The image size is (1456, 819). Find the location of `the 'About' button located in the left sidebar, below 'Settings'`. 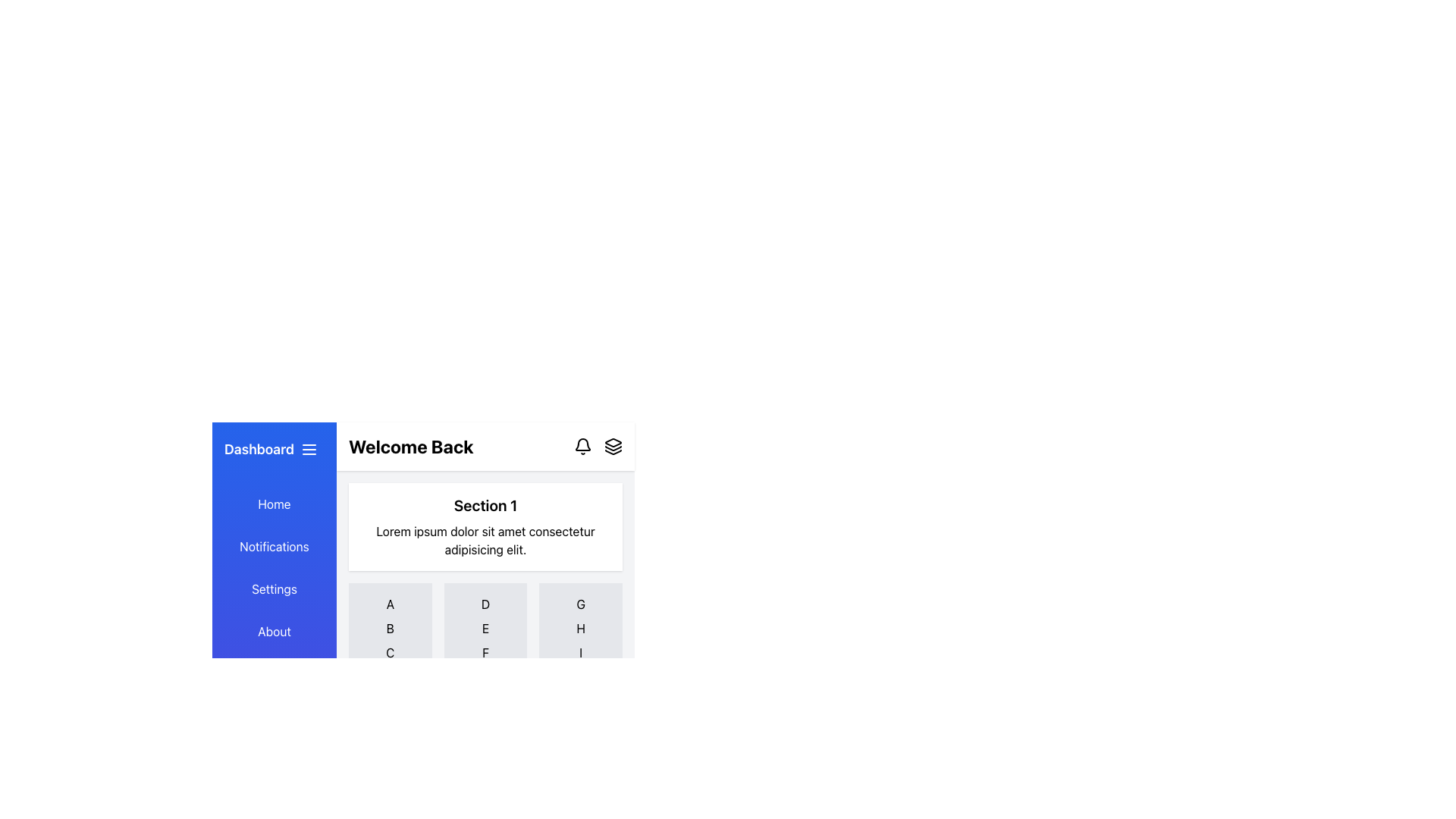

the 'About' button located in the left sidebar, below 'Settings' is located at coordinates (274, 632).